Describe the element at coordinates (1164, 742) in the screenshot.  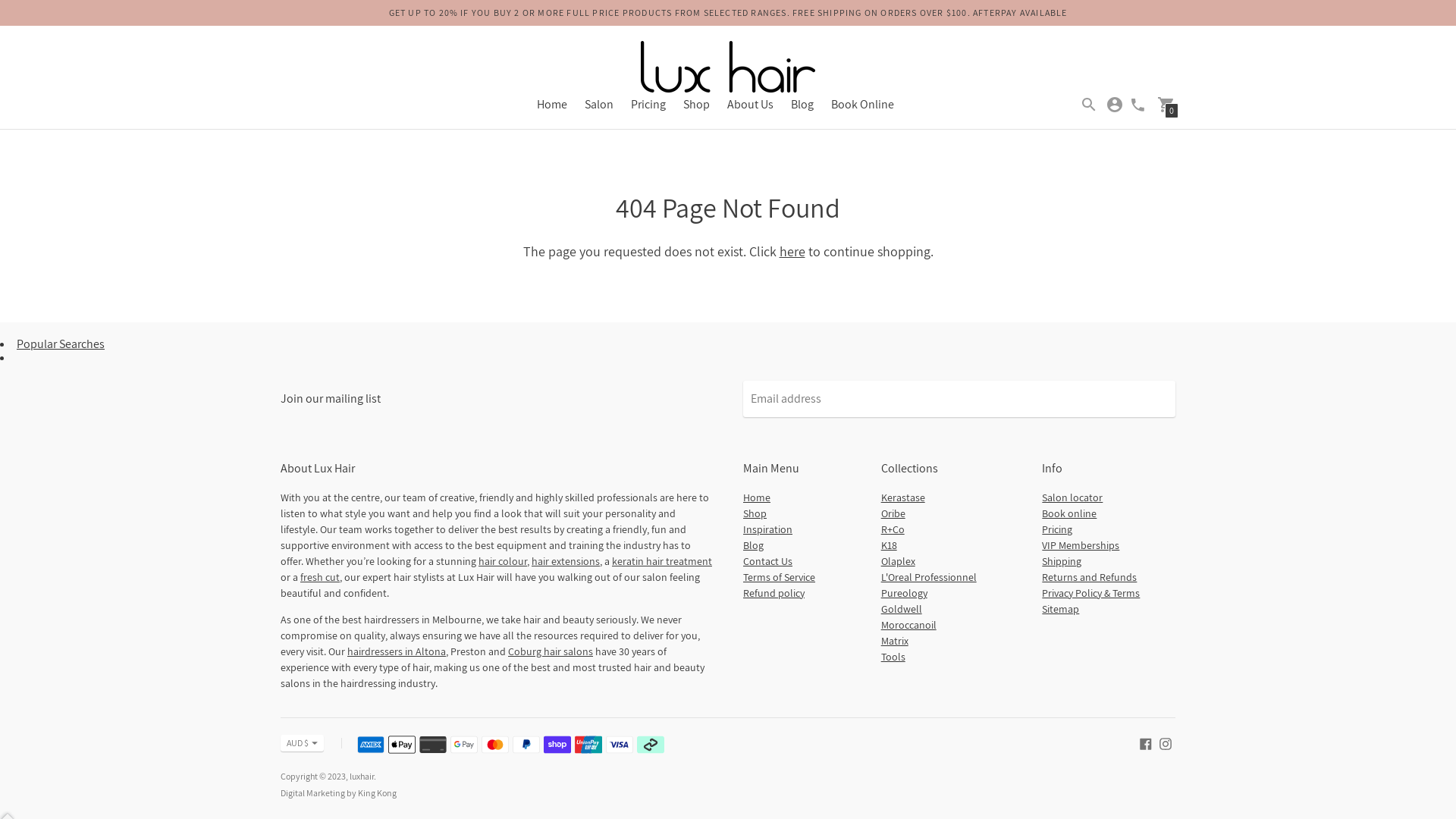
I see `'luxhair on Instagram'` at that location.